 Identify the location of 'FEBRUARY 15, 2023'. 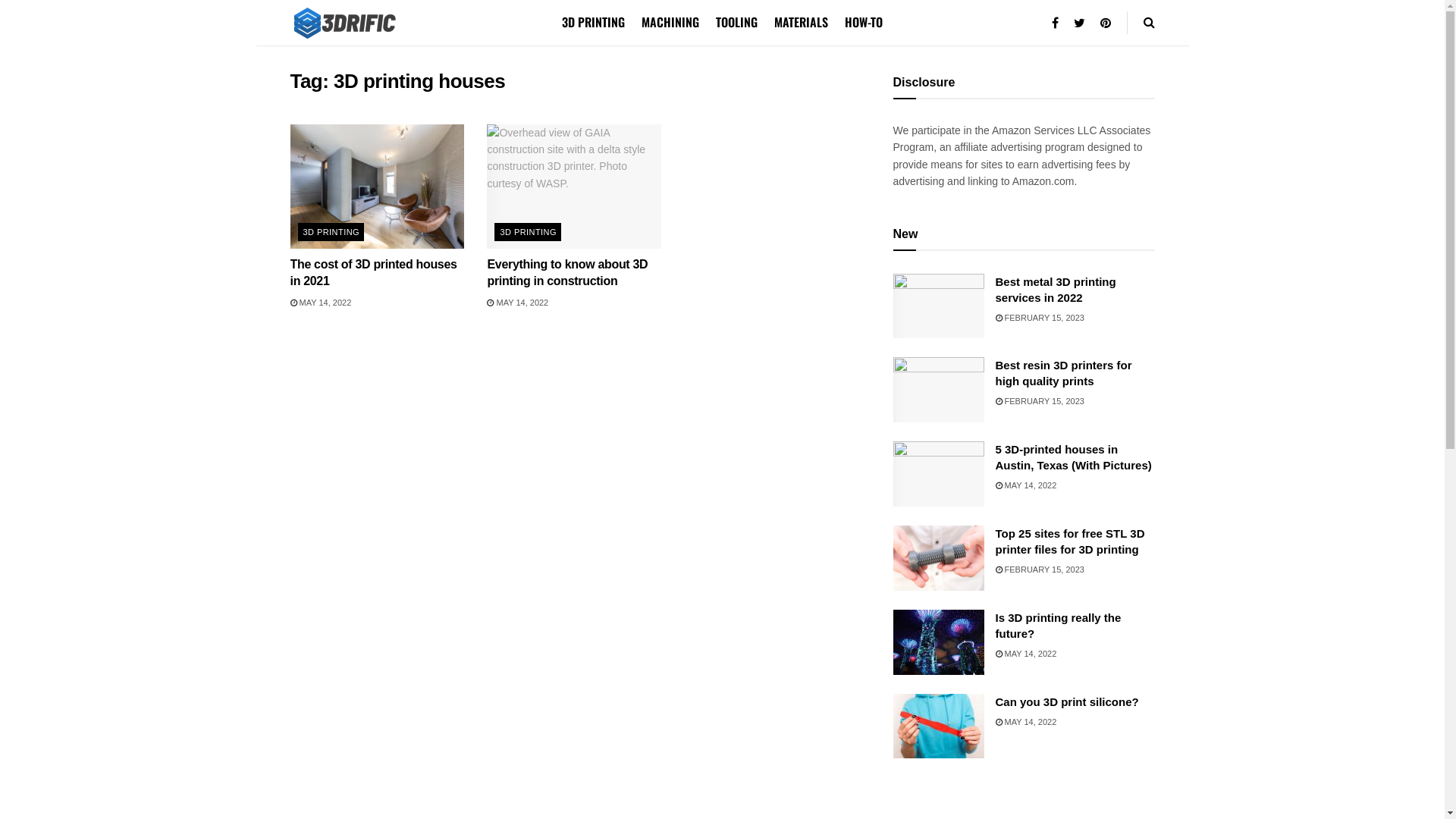
(1038, 317).